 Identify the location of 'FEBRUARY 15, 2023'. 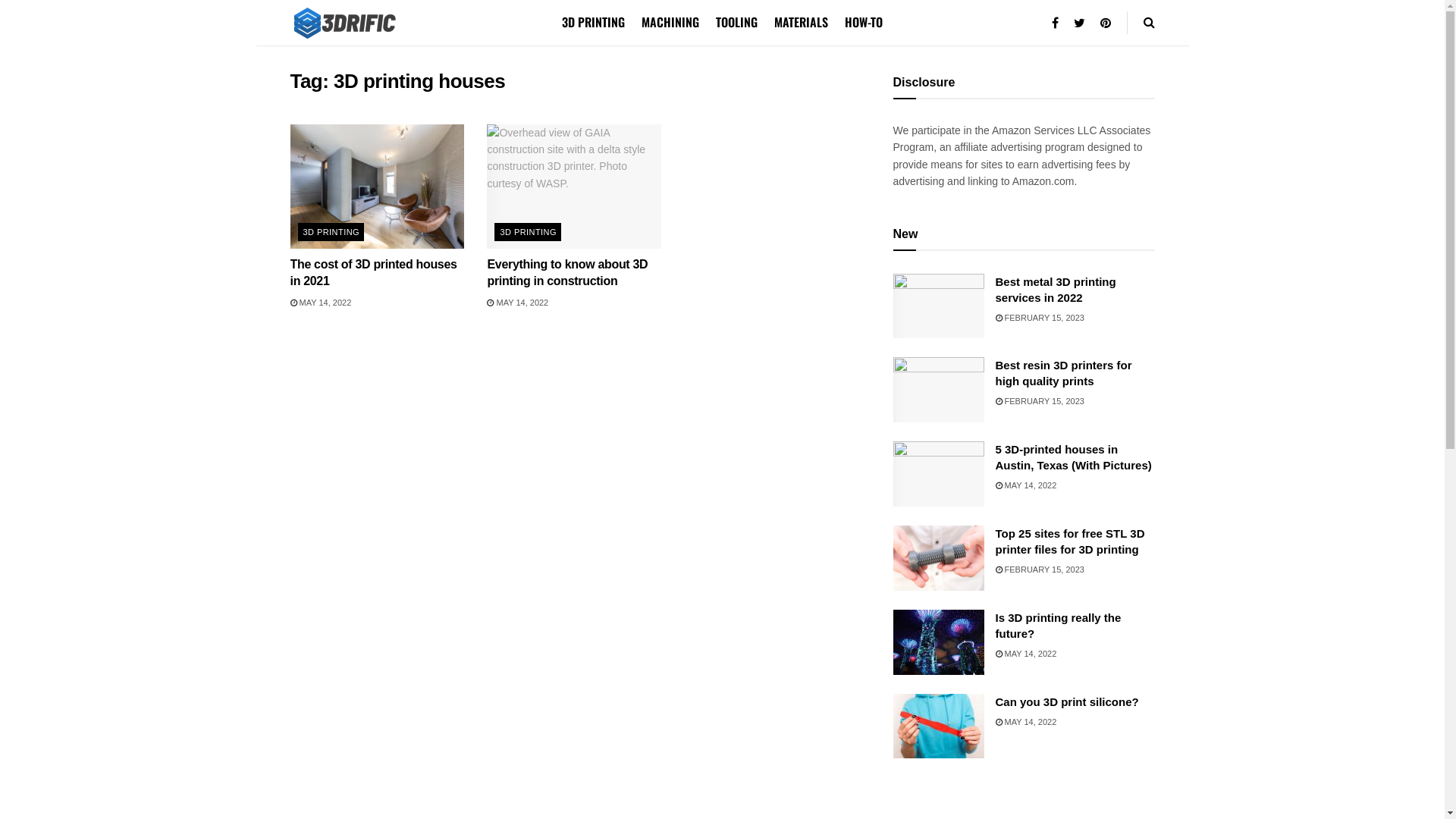
(1038, 317).